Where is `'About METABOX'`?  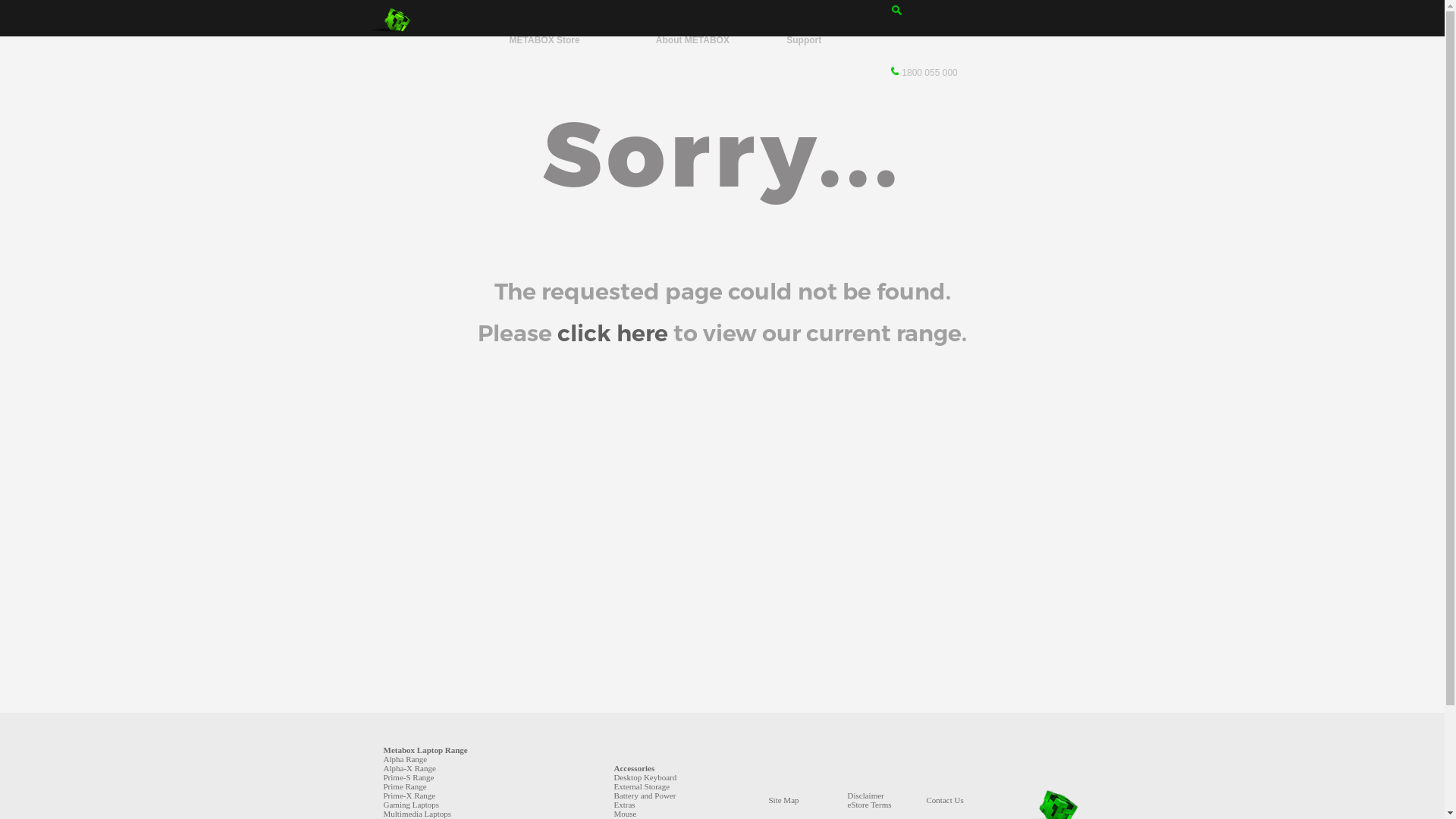 'About METABOX' is located at coordinates (692, 39).